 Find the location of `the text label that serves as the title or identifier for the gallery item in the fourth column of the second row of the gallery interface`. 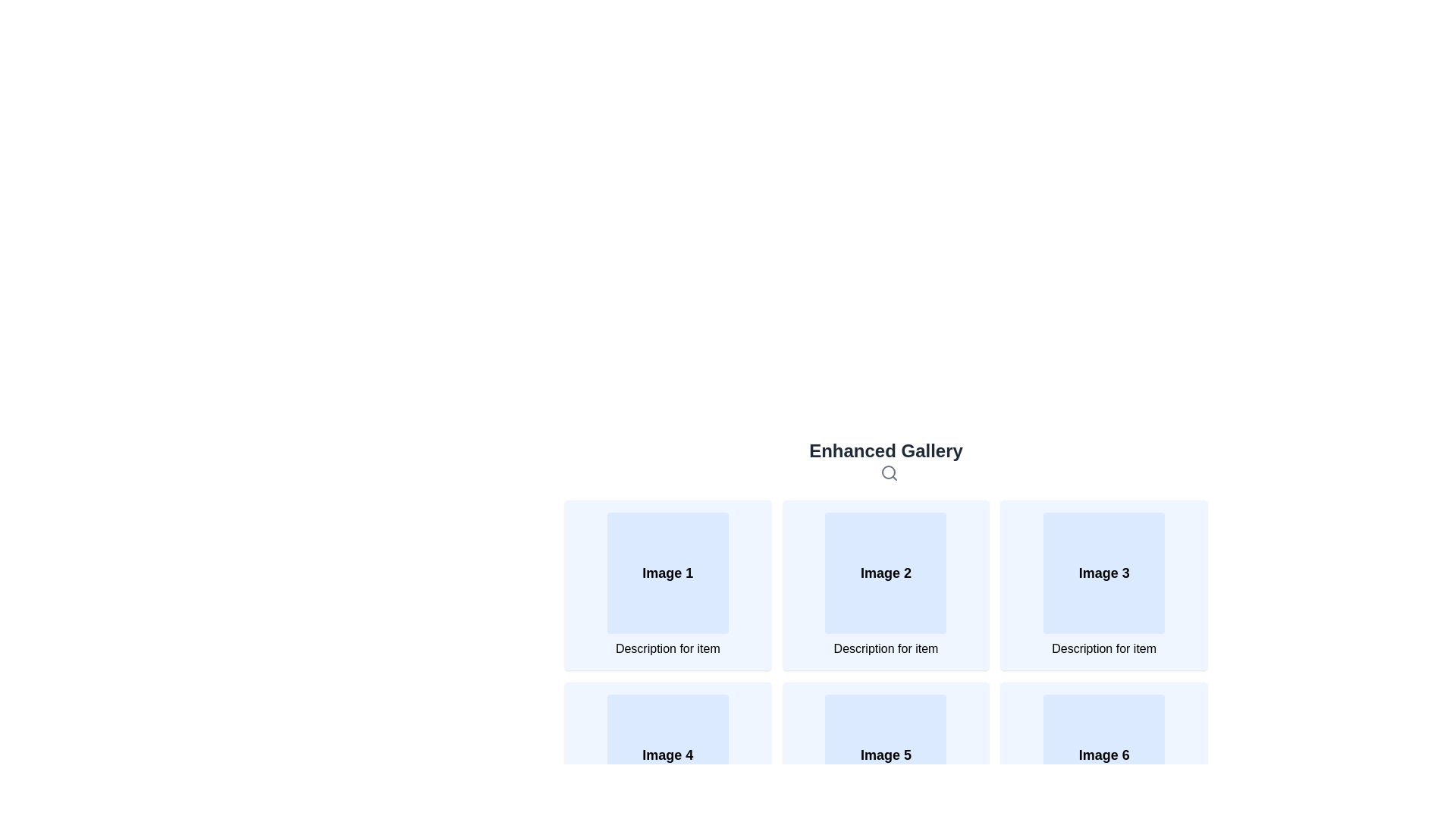

the text label that serves as the title or identifier for the gallery item in the fourth column of the second row of the gallery interface is located at coordinates (1104, 755).